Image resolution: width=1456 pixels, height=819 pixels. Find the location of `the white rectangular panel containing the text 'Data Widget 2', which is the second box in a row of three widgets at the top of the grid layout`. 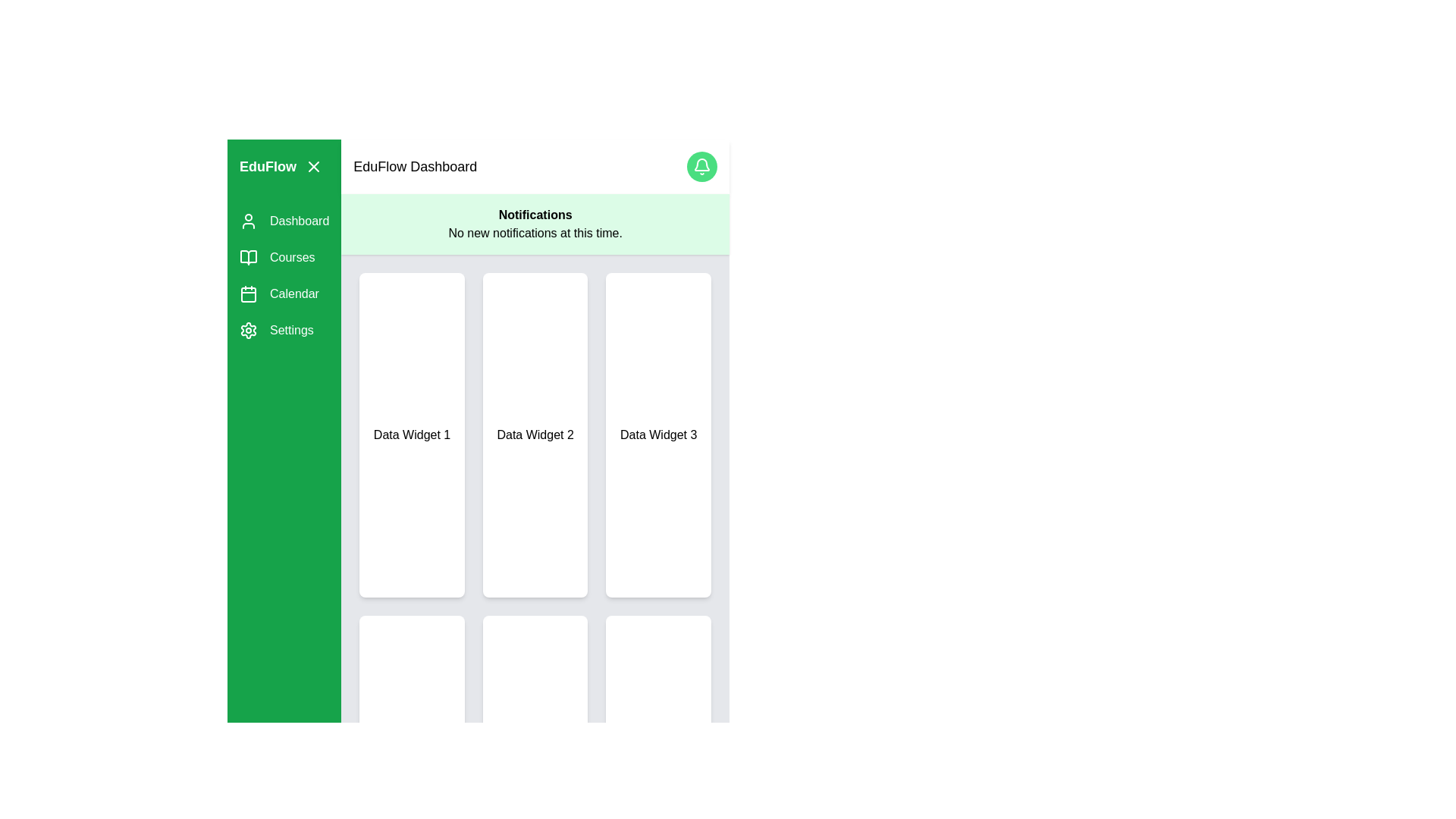

the white rectangular panel containing the text 'Data Widget 2', which is the second box in a row of three widgets at the top of the grid layout is located at coordinates (535, 435).